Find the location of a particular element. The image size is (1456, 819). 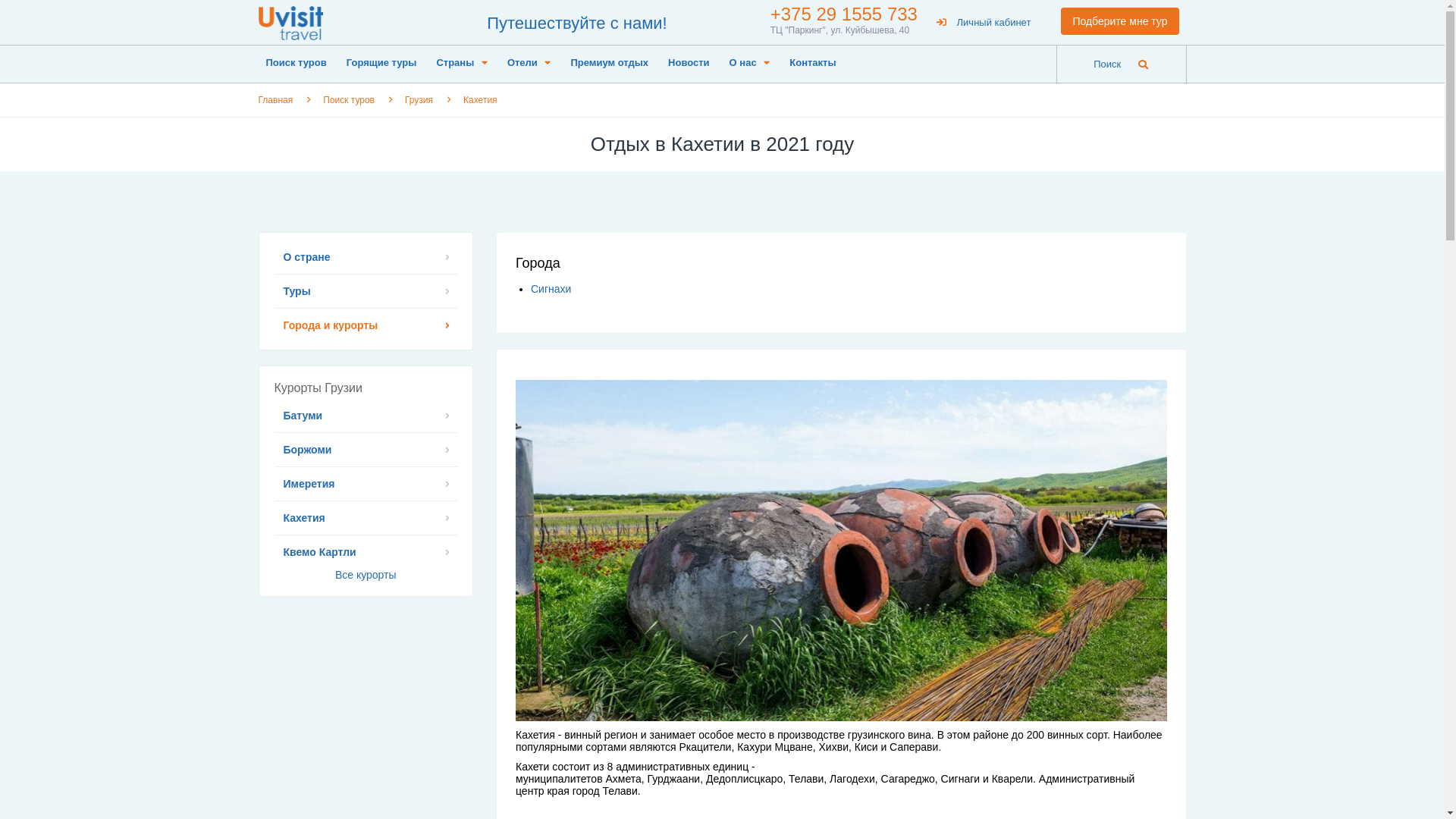

'+375 29 1555 733' is located at coordinates (843, 14).